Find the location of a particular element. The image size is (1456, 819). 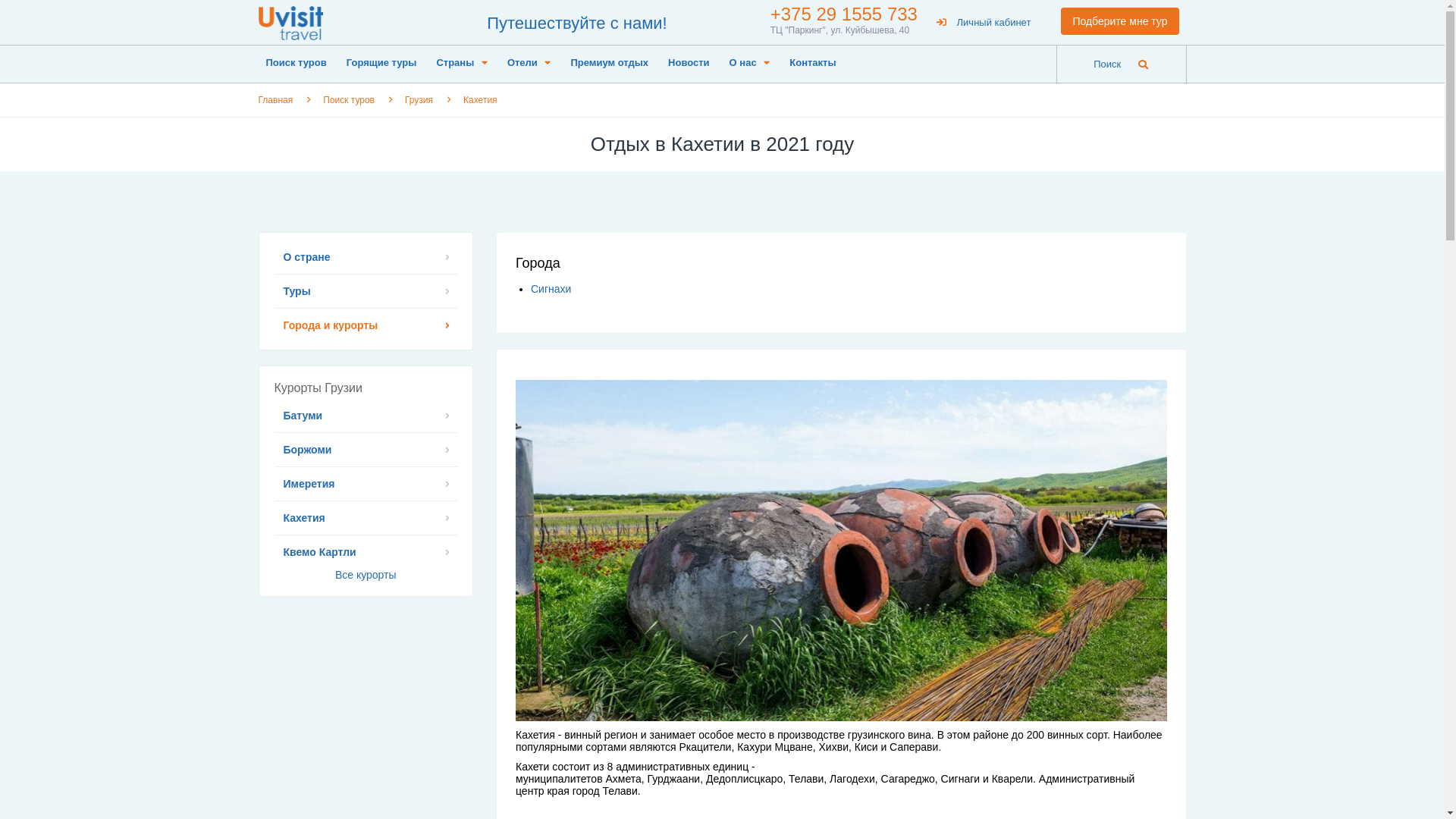

'+375 29 1555 733' is located at coordinates (843, 14).